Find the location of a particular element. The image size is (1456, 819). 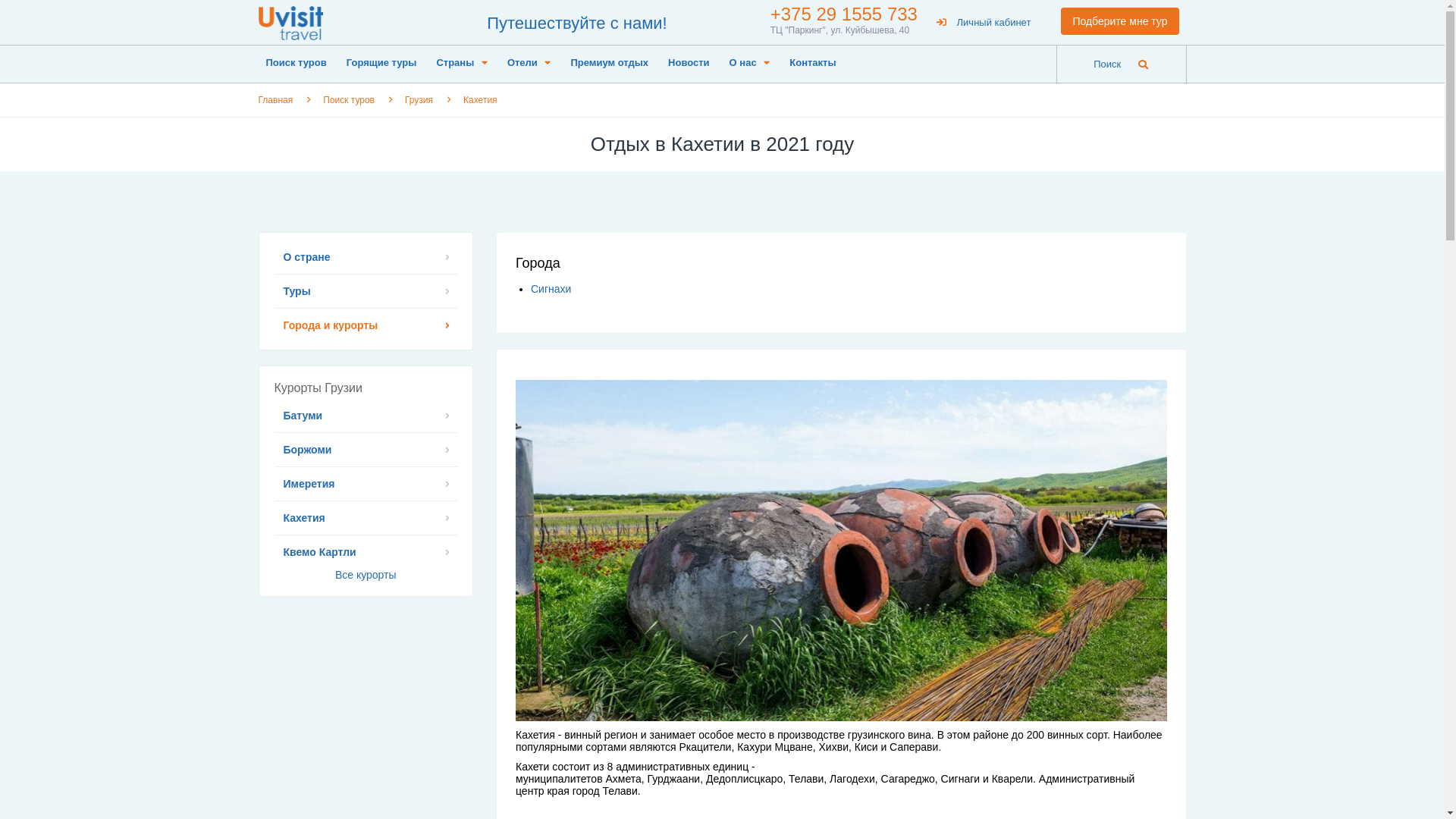

'+375 29 1555 733' is located at coordinates (843, 14).